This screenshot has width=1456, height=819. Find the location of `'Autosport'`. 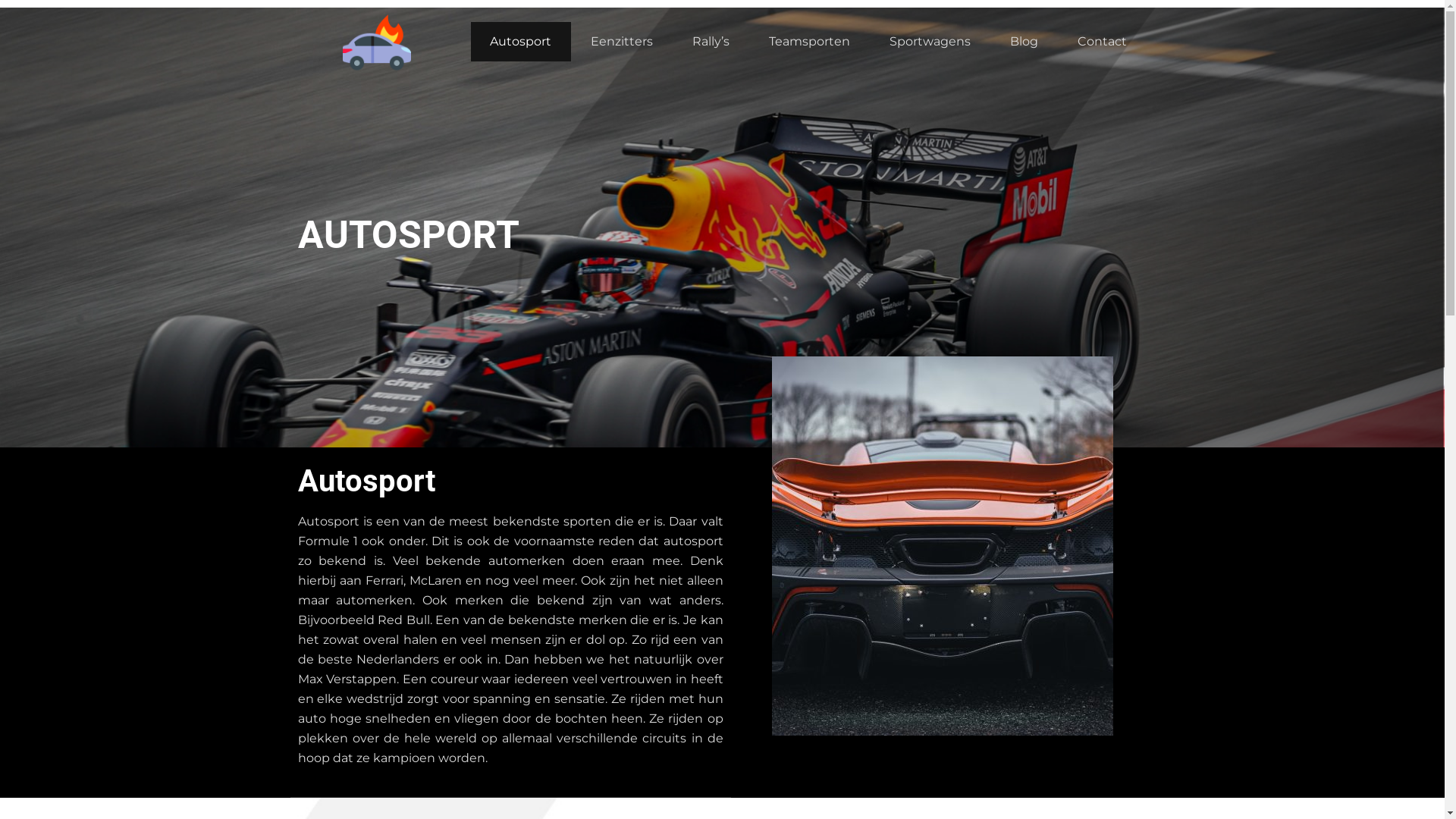

'Autosport' is located at coordinates (520, 40).